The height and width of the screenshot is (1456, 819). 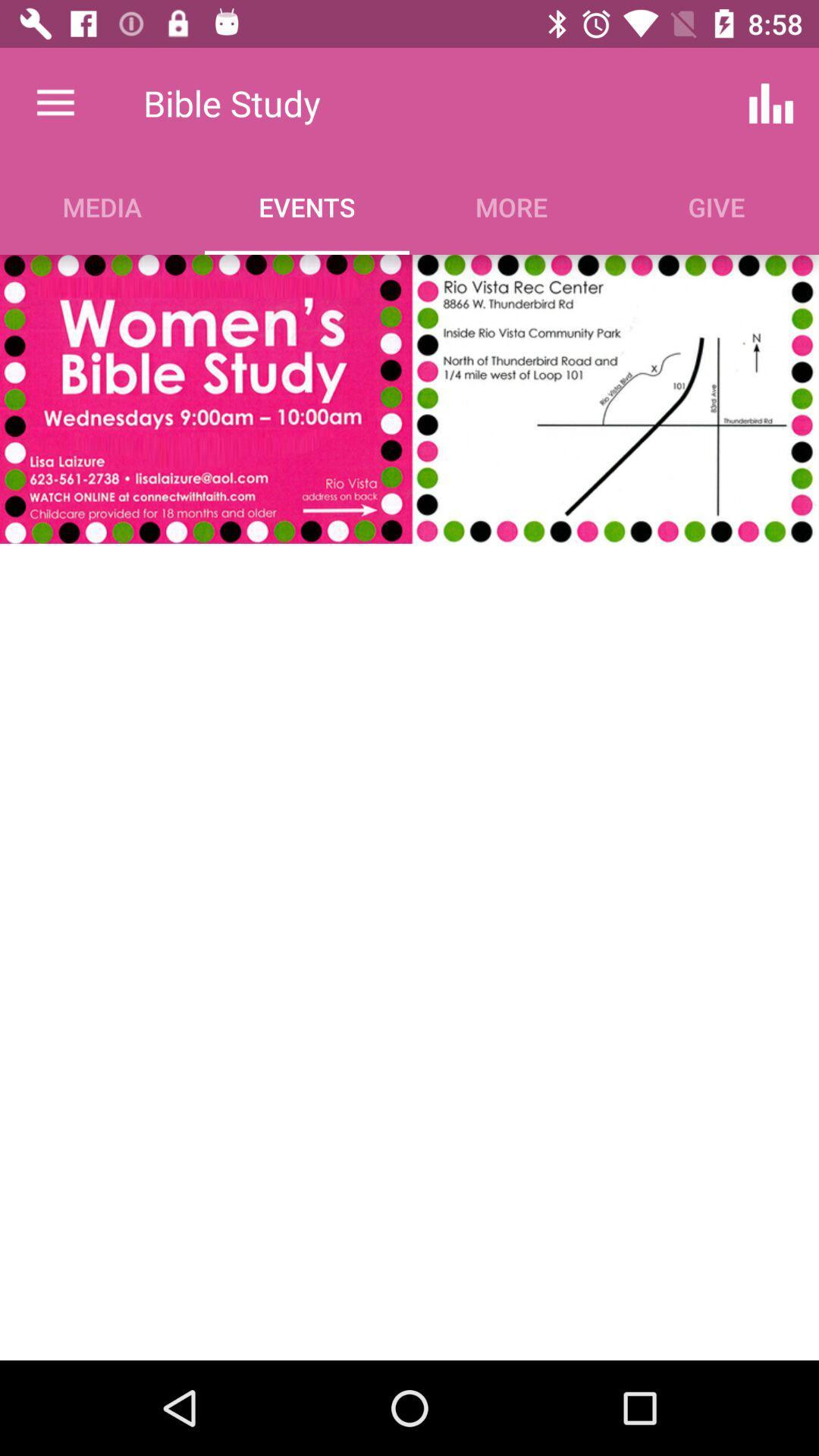 What do you see at coordinates (55, 102) in the screenshot?
I see `item next to the bible study icon` at bounding box center [55, 102].